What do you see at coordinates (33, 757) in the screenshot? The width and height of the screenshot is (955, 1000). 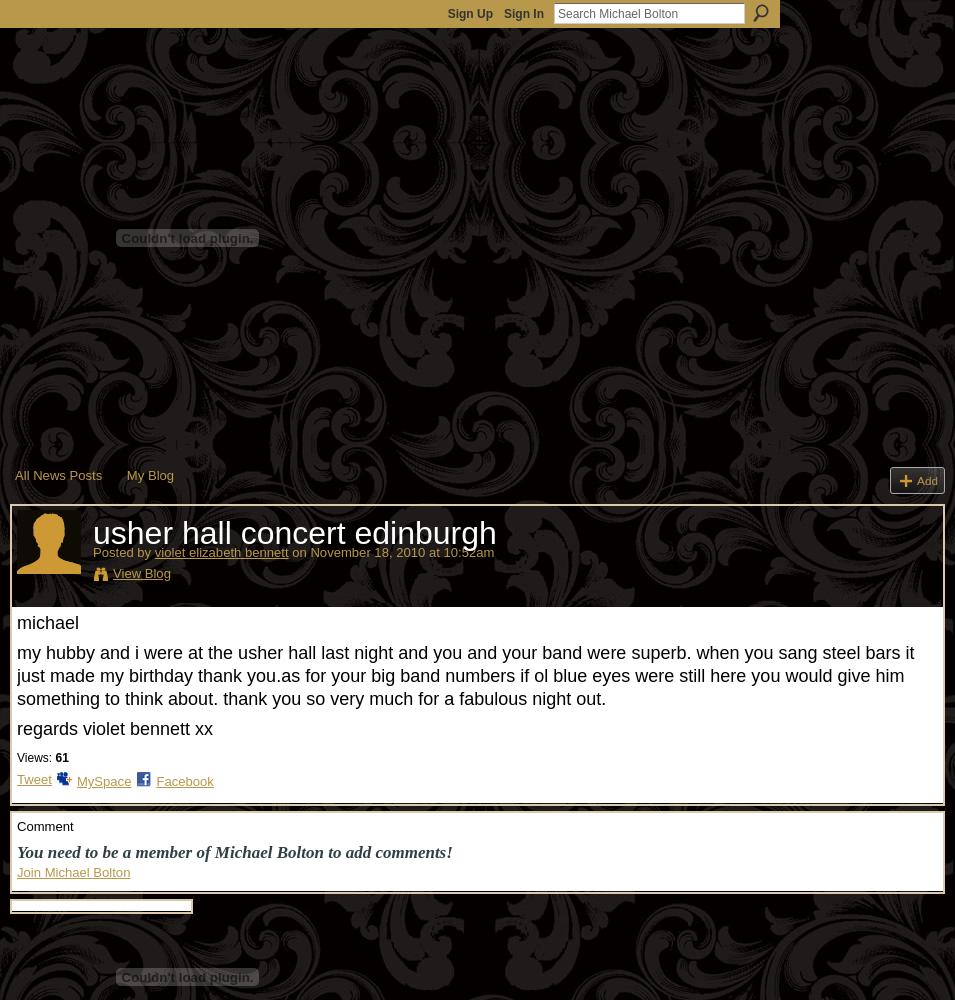 I see `'Views:'` at bounding box center [33, 757].